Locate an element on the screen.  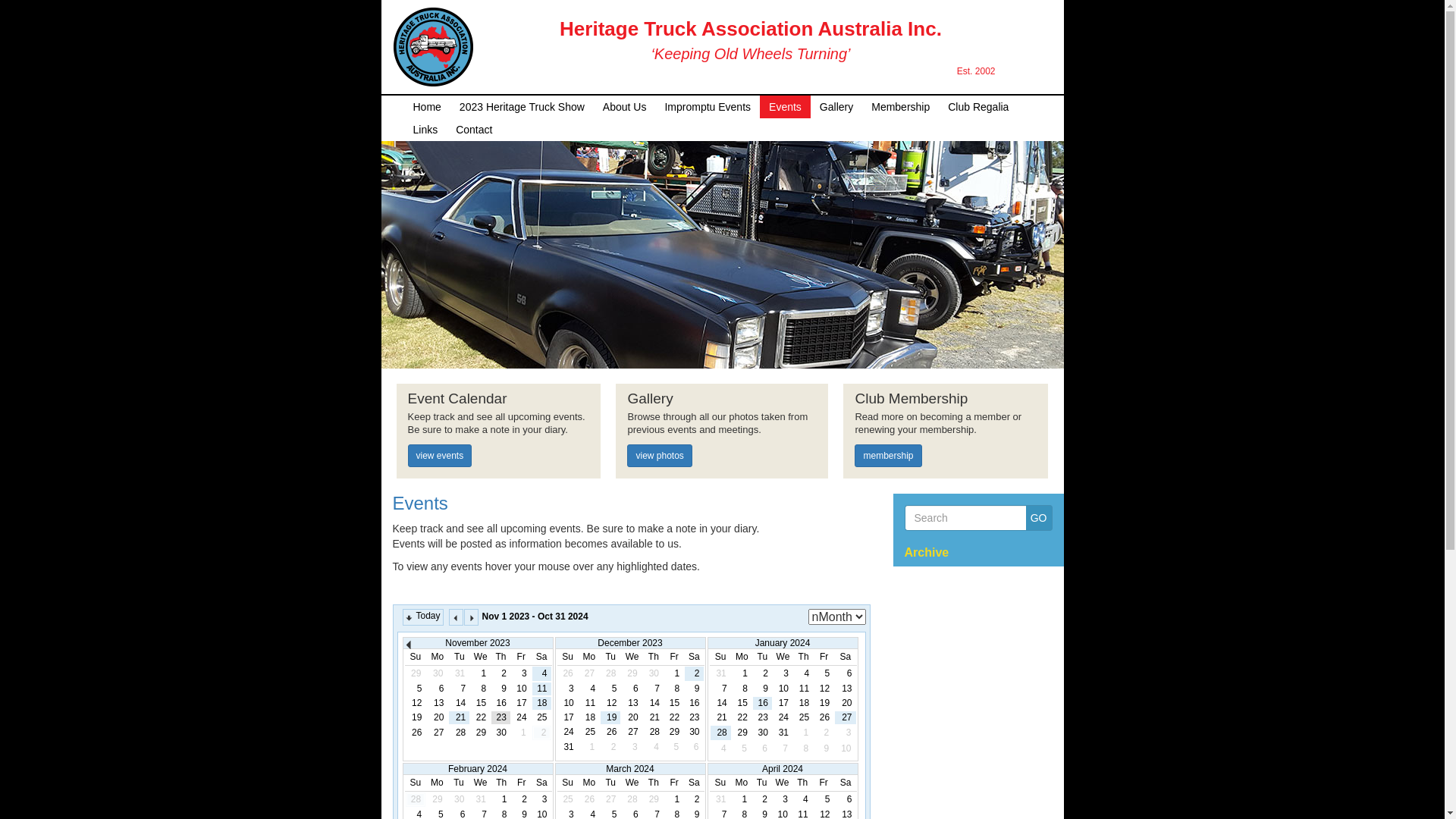
'7' is located at coordinates (654, 689).